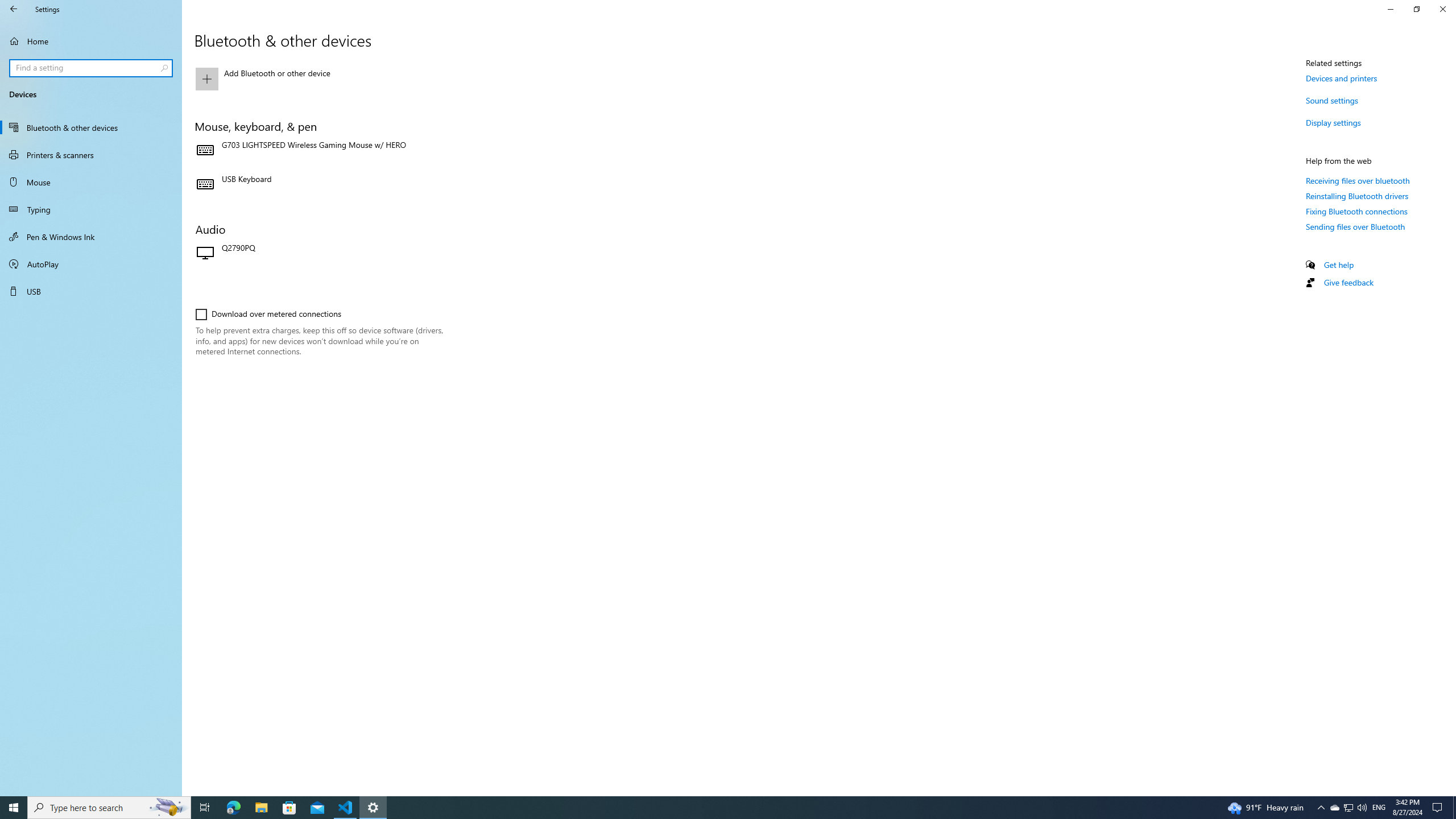  I want to click on 'Tray Input Indicator - English (United States)', so click(1379, 806).